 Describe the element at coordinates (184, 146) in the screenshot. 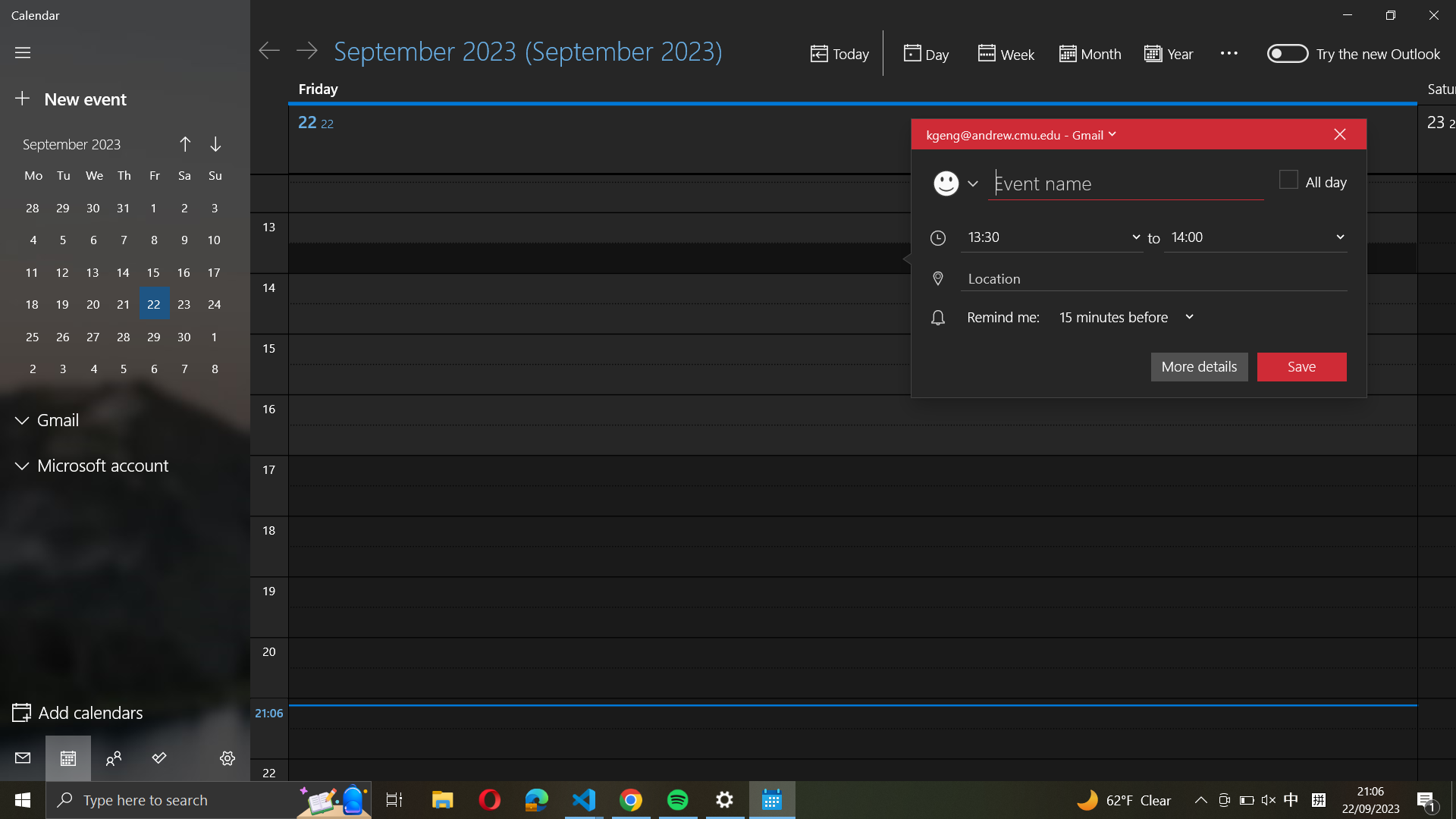

I see `Transition to the previous month in the calendar application` at that location.